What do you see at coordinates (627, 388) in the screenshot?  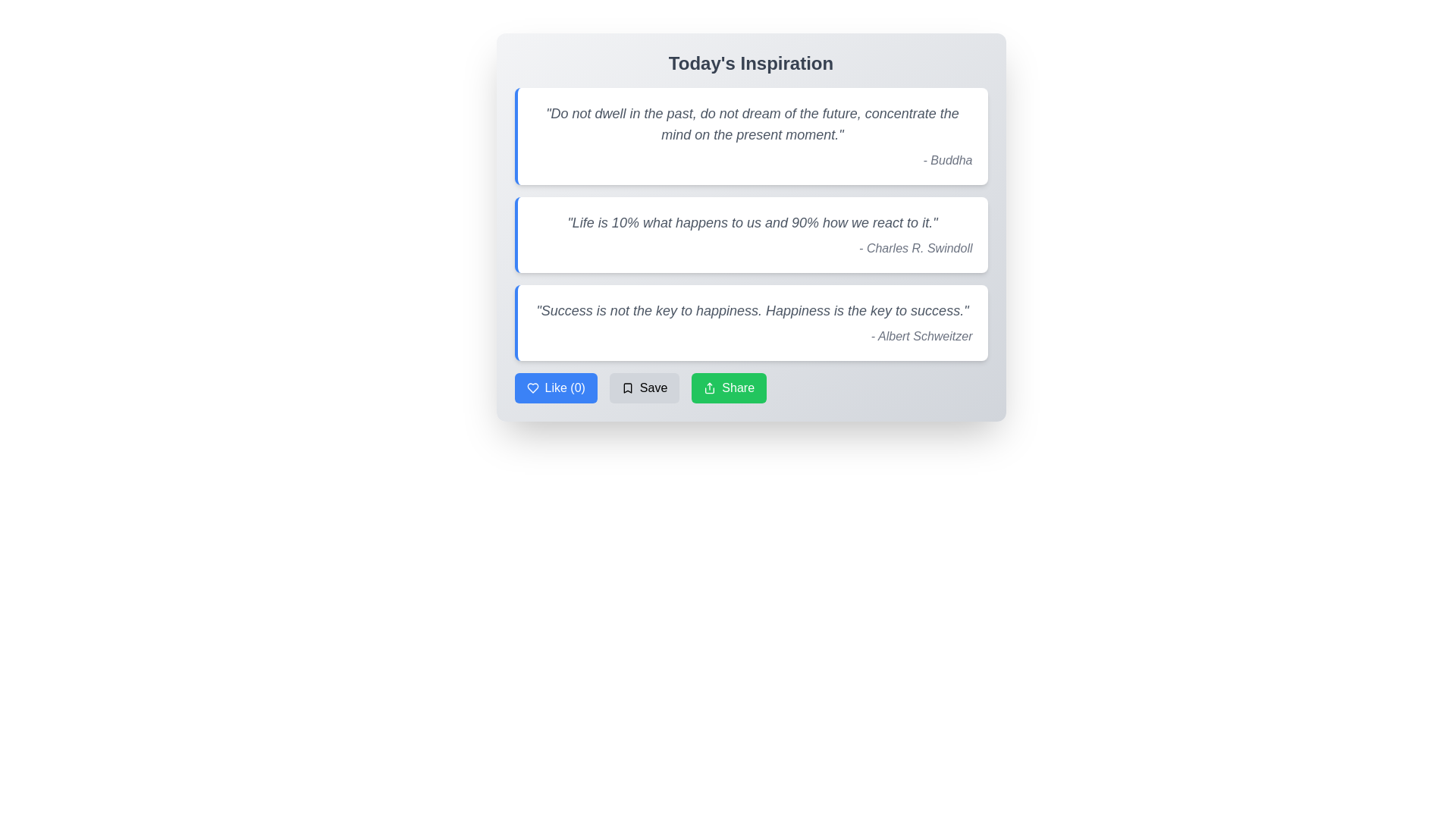 I see `the 'Save' button which contains the decorative icon on its left side, located in the bottom panel of the interface` at bounding box center [627, 388].